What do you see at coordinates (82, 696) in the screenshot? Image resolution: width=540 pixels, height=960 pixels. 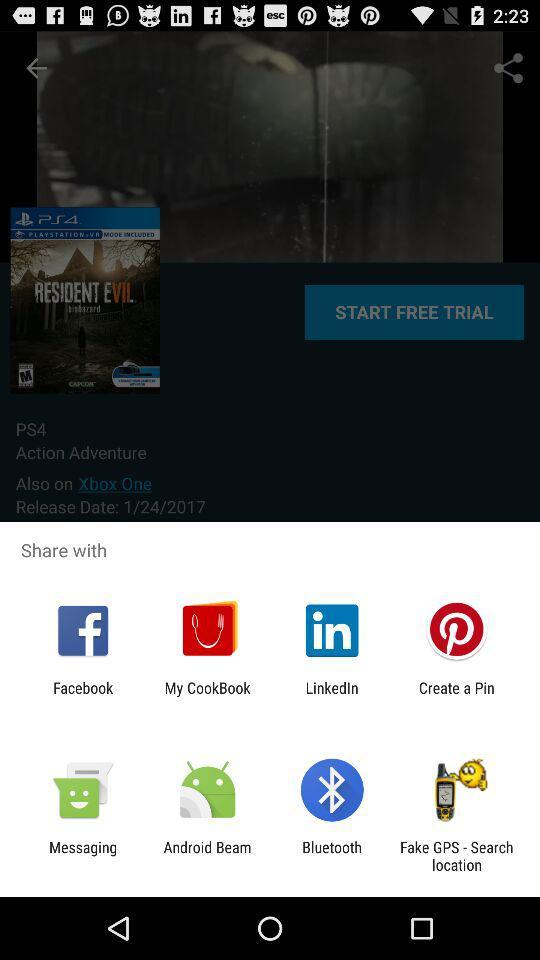 I see `the item next to the my cookbook icon` at bounding box center [82, 696].